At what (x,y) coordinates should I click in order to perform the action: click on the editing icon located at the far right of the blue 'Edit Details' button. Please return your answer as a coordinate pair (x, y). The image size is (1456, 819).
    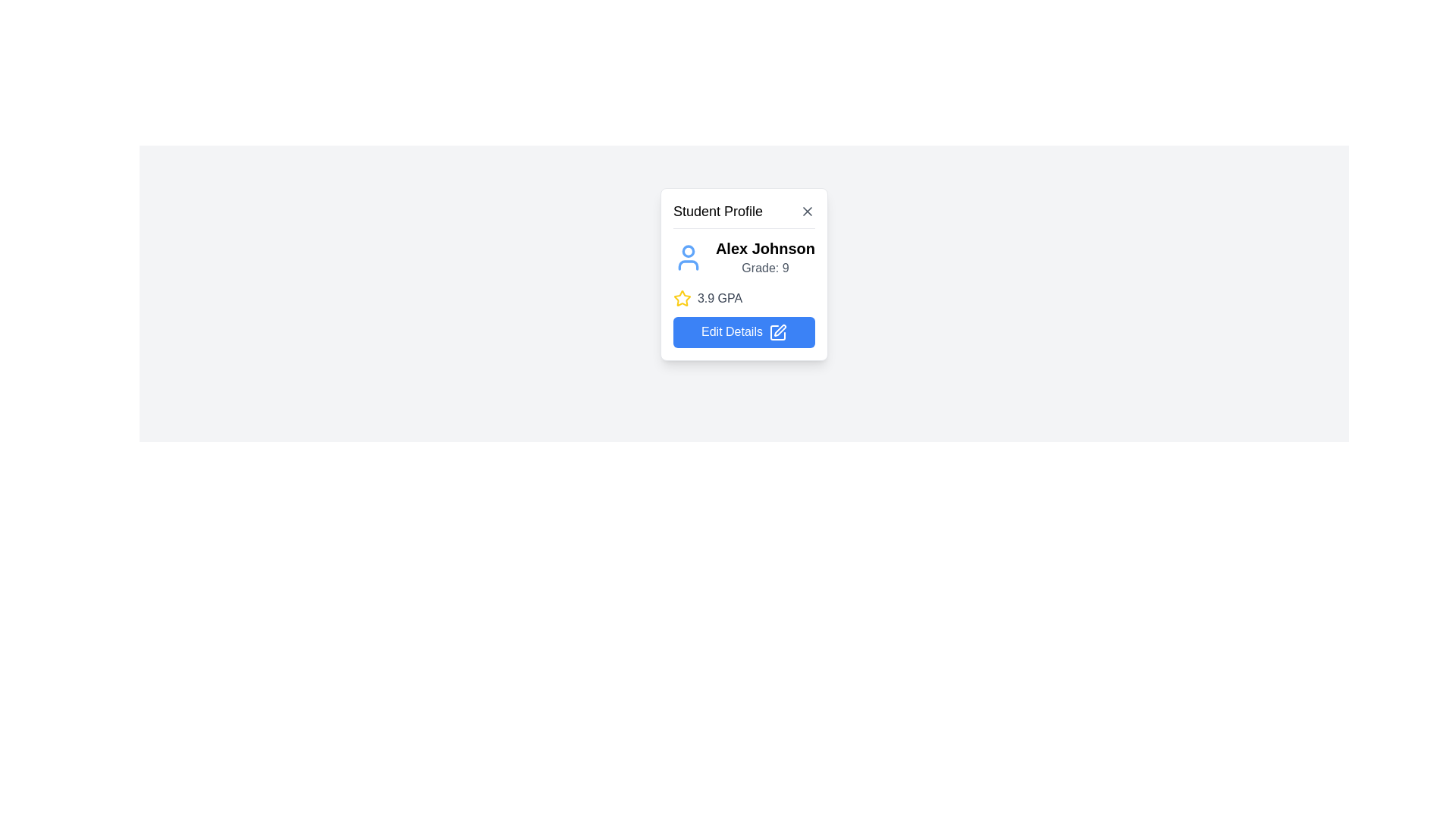
    Looking at the image, I should click on (779, 329).